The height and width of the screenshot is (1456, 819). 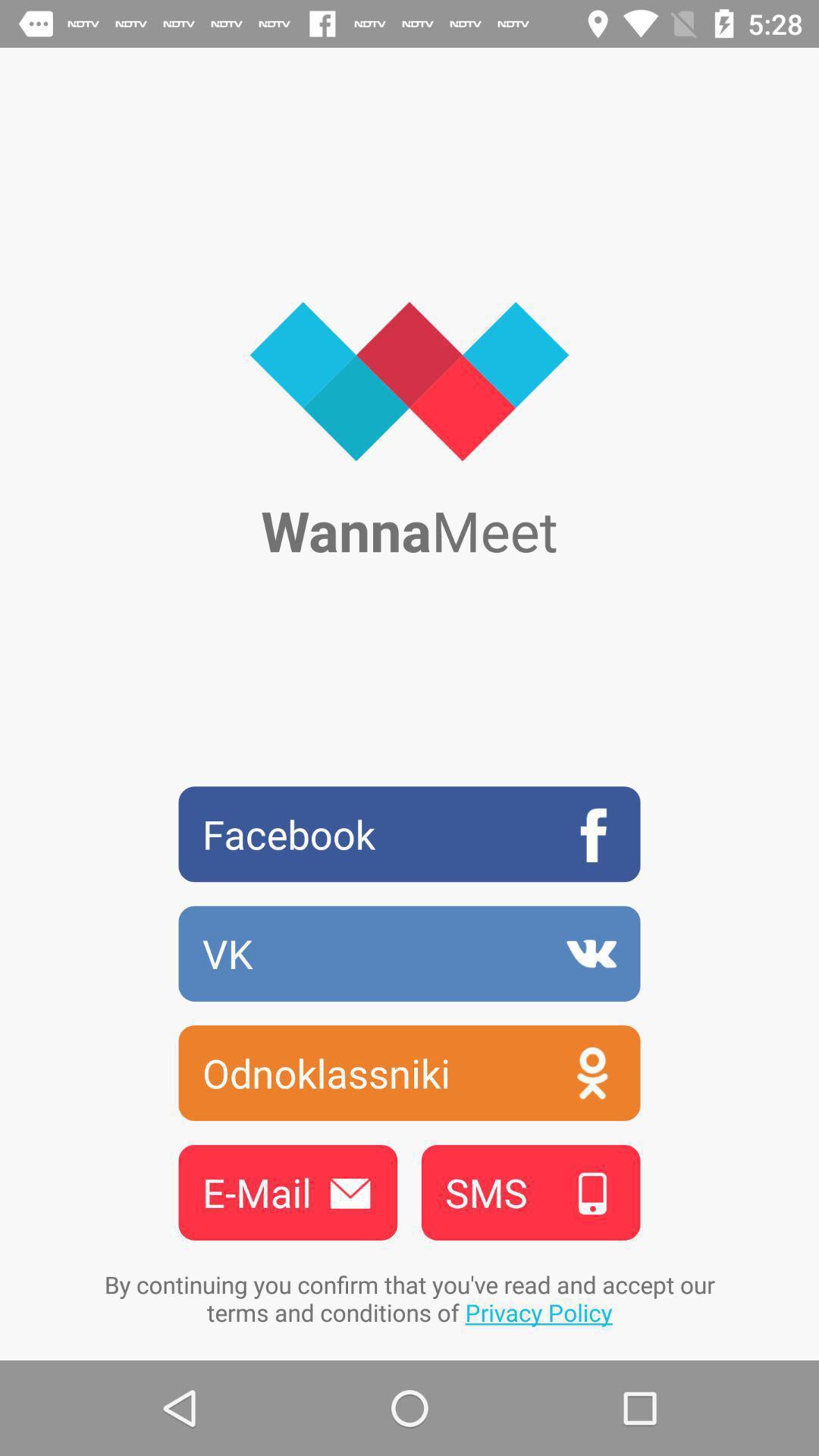 What do you see at coordinates (530, 1191) in the screenshot?
I see `icon next to e-mail item` at bounding box center [530, 1191].